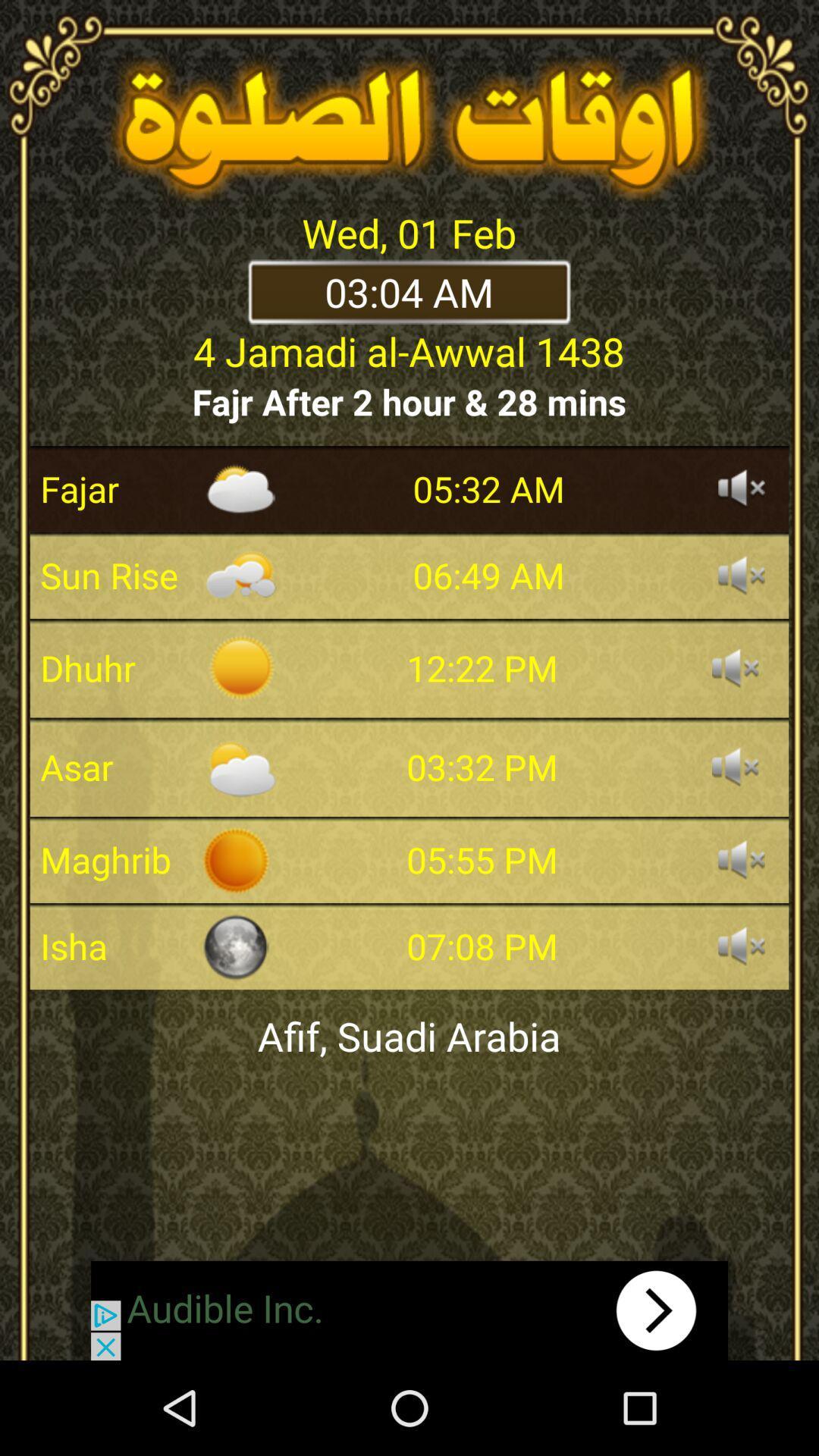  What do you see at coordinates (741, 574) in the screenshot?
I see `turn on audio` at bounding box center [741, 574].